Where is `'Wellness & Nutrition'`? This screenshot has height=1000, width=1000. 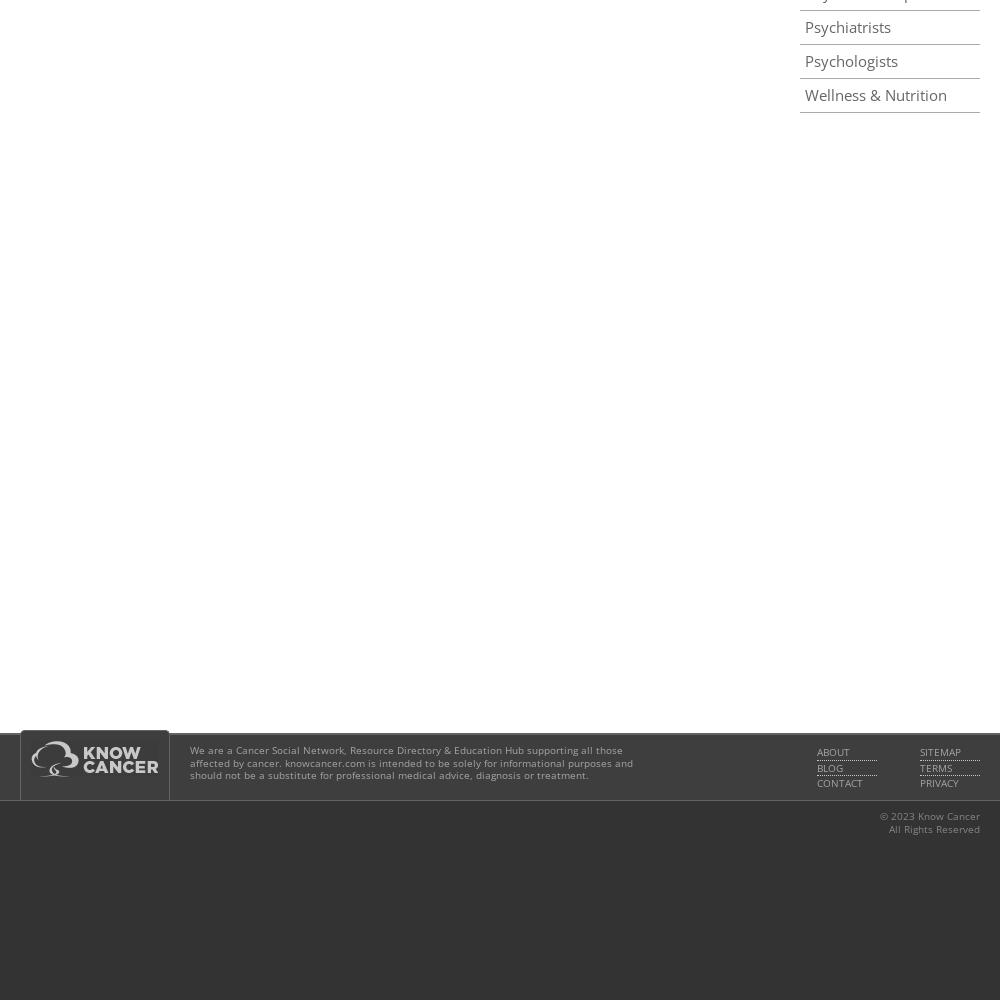 'Wellness & Nutrition' is located at coordinates (876, 94).